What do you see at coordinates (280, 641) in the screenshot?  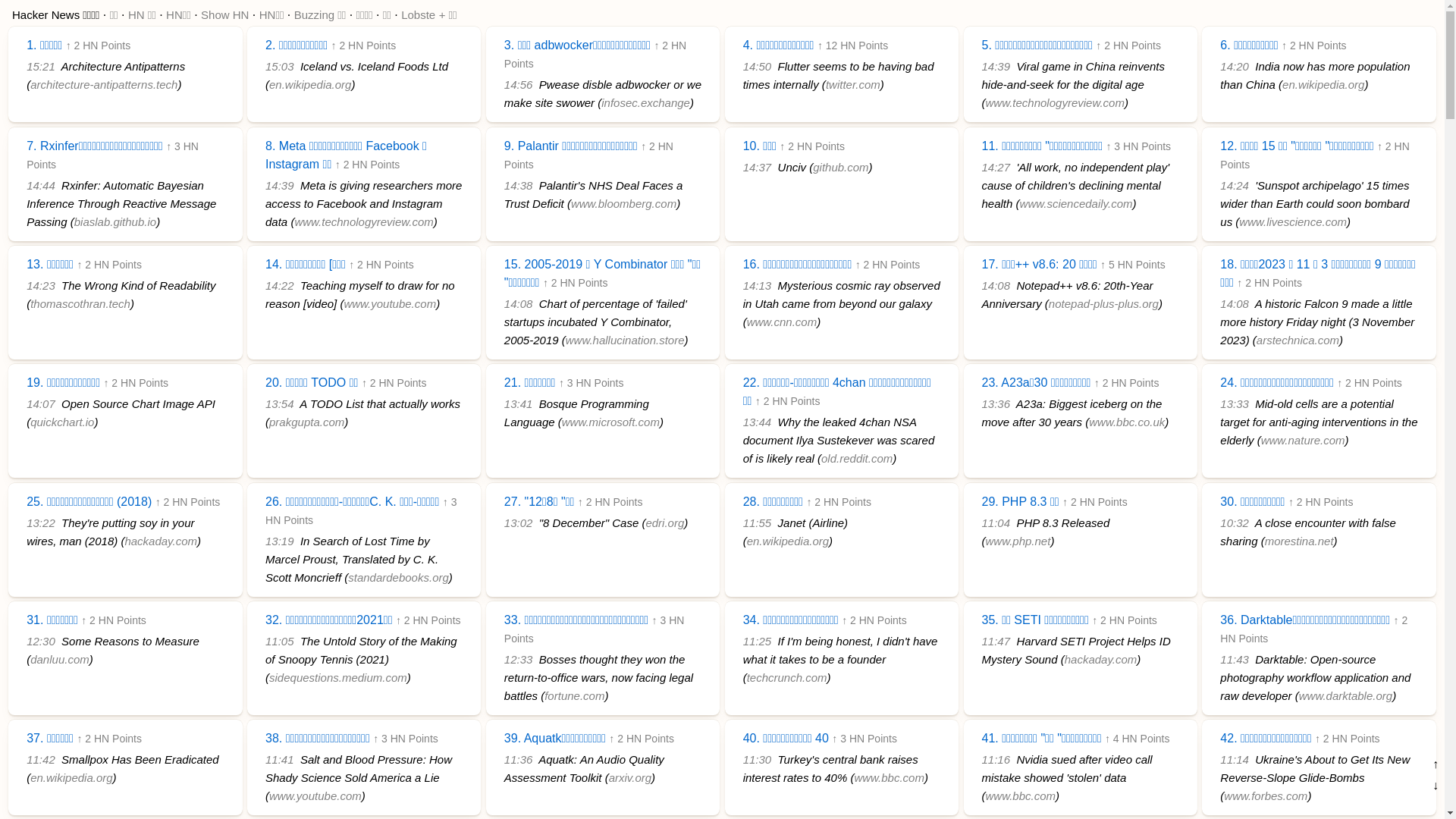 I see `'11:05'` at bounding box center [280, 641].